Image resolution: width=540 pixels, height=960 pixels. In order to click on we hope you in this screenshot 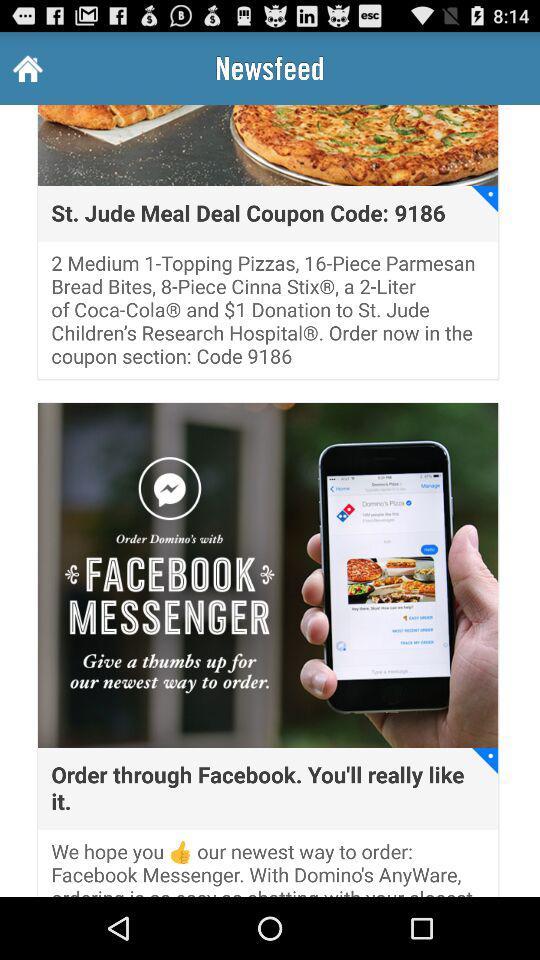, I will do `click(268, 867)`.